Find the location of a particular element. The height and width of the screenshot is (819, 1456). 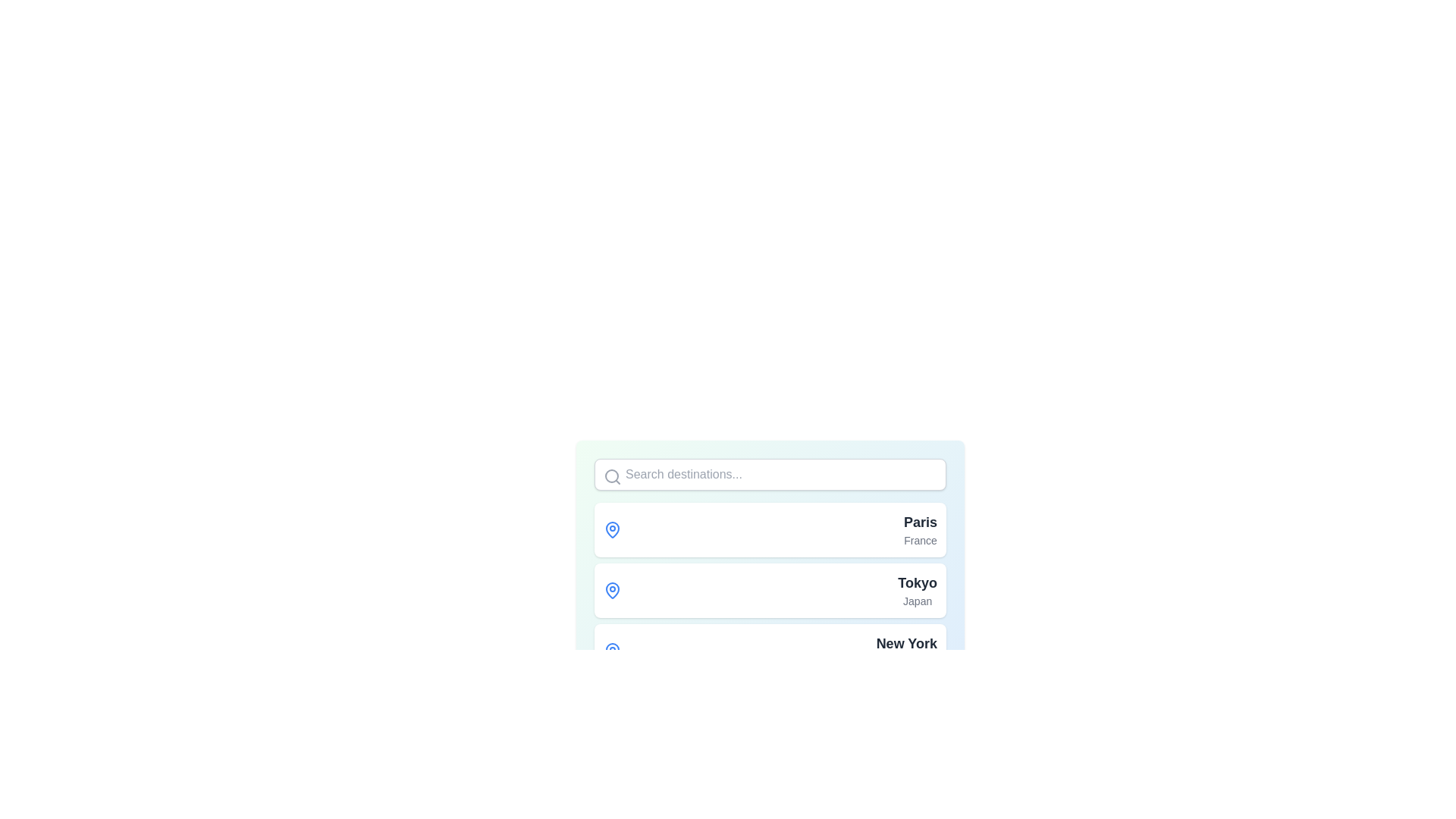

the first item in the list of destinations is located at coordinates (770, 529).